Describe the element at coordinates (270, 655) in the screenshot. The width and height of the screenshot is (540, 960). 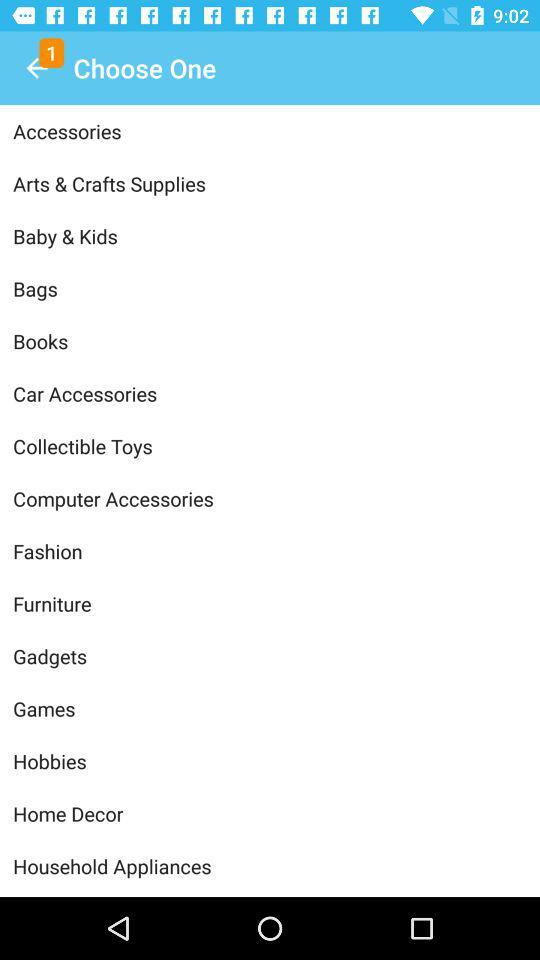
I see `icon below furniture item` at that location.